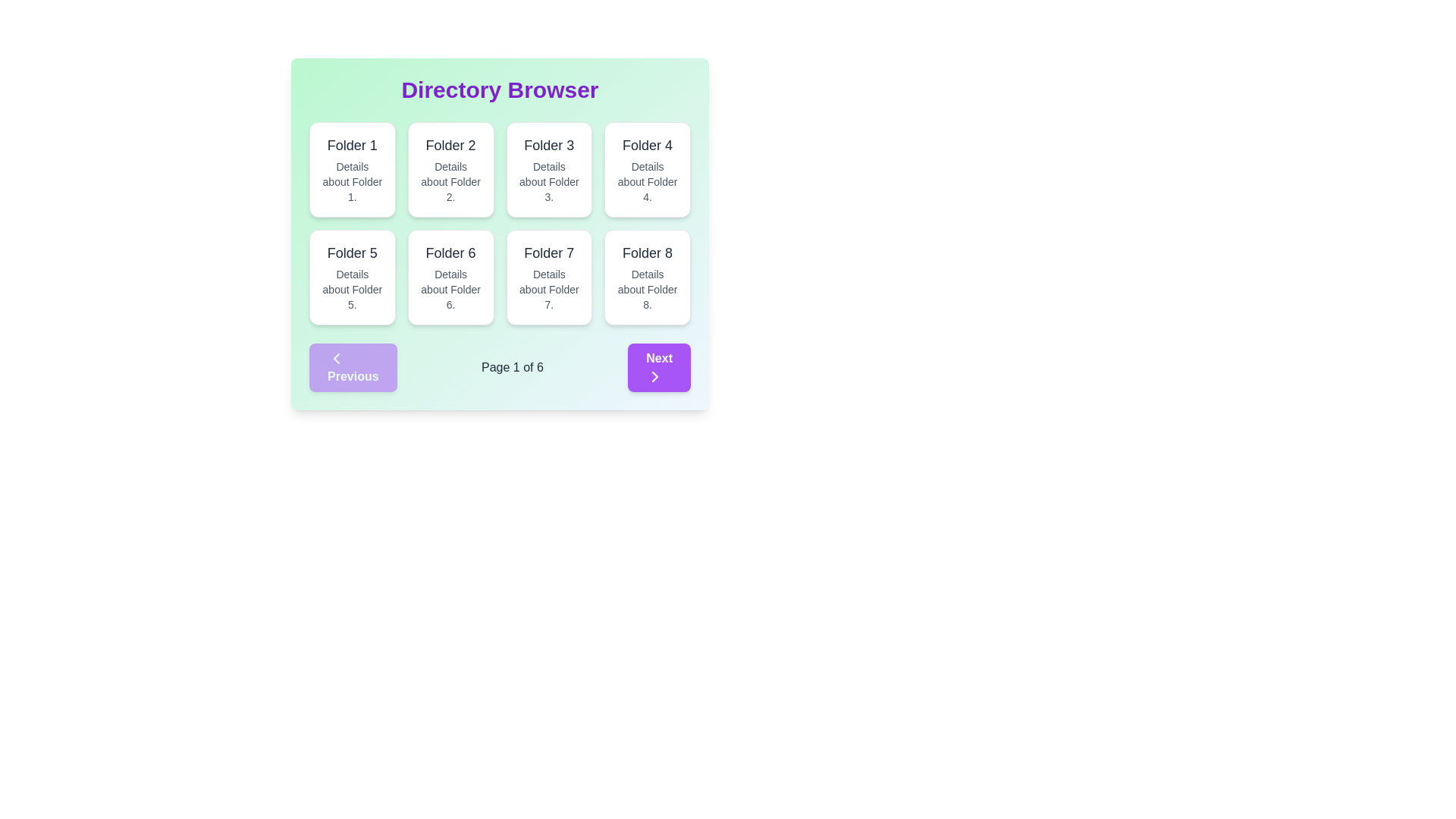 This screenshot has height=819, width=1456. What do you see at coordinates (351, 169) in the screenshot?
I see `the folder item Card located in the top-left corner of the grid layout by moving the cursor to its center point` at bounding box center [351, 169].